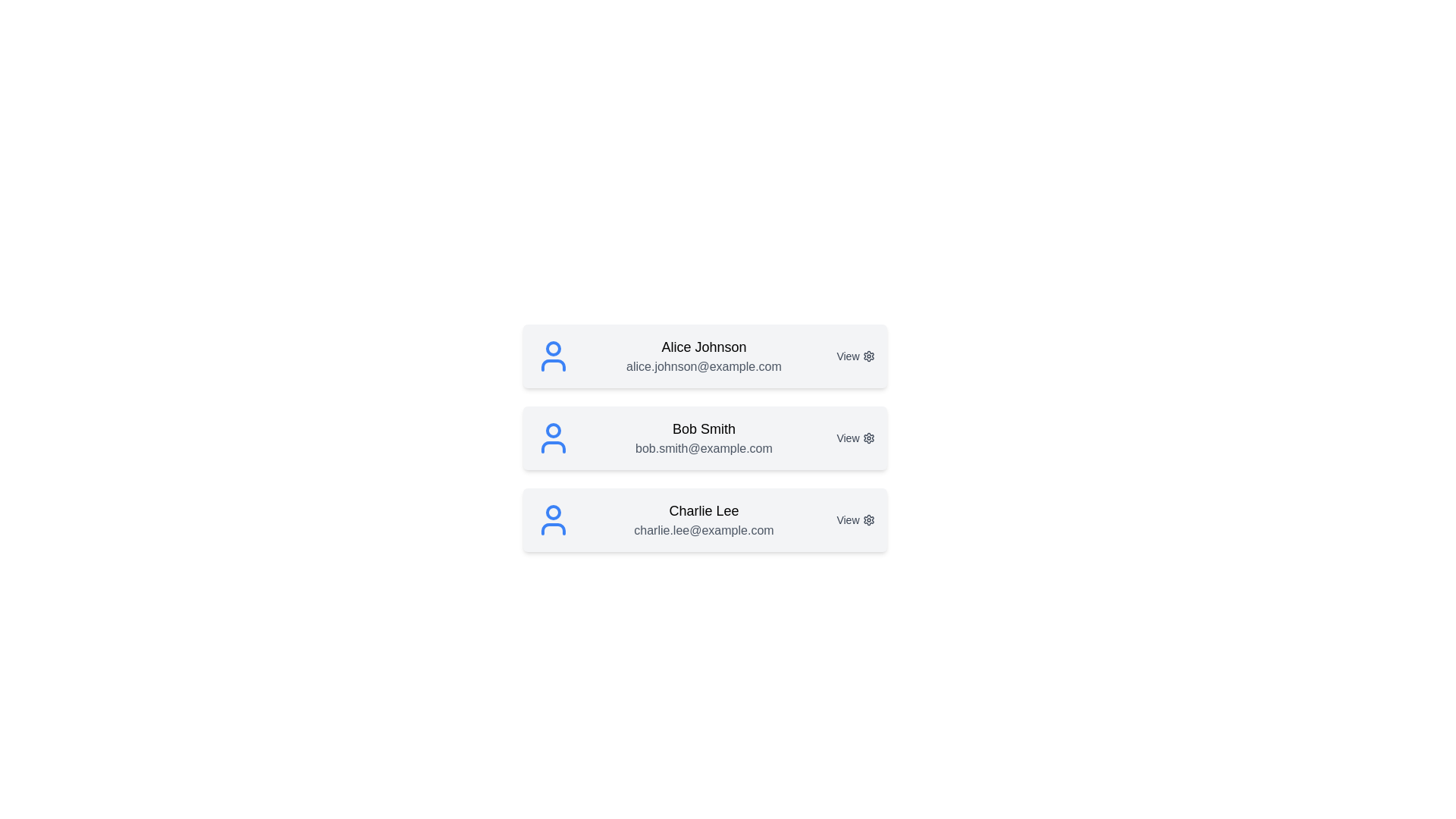  What do you see at coordinates (868, 356) in the screenshot?
I see `the settings gear SVG icon adjacent to the 'View' text link for the first user, Alice Johnson` at bounding box center [868, 356].